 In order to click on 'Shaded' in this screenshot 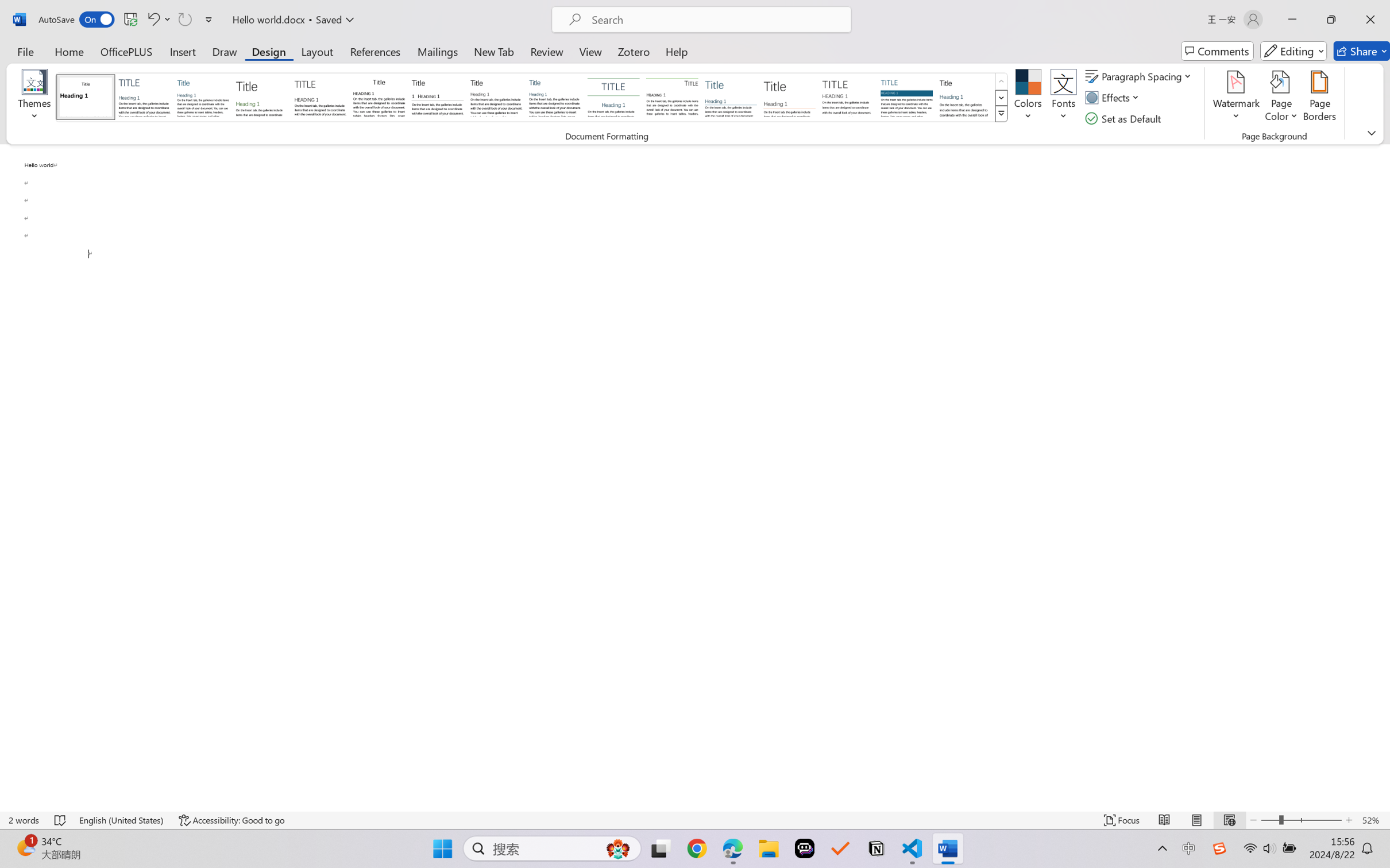, I will do `click(906, 96)`.